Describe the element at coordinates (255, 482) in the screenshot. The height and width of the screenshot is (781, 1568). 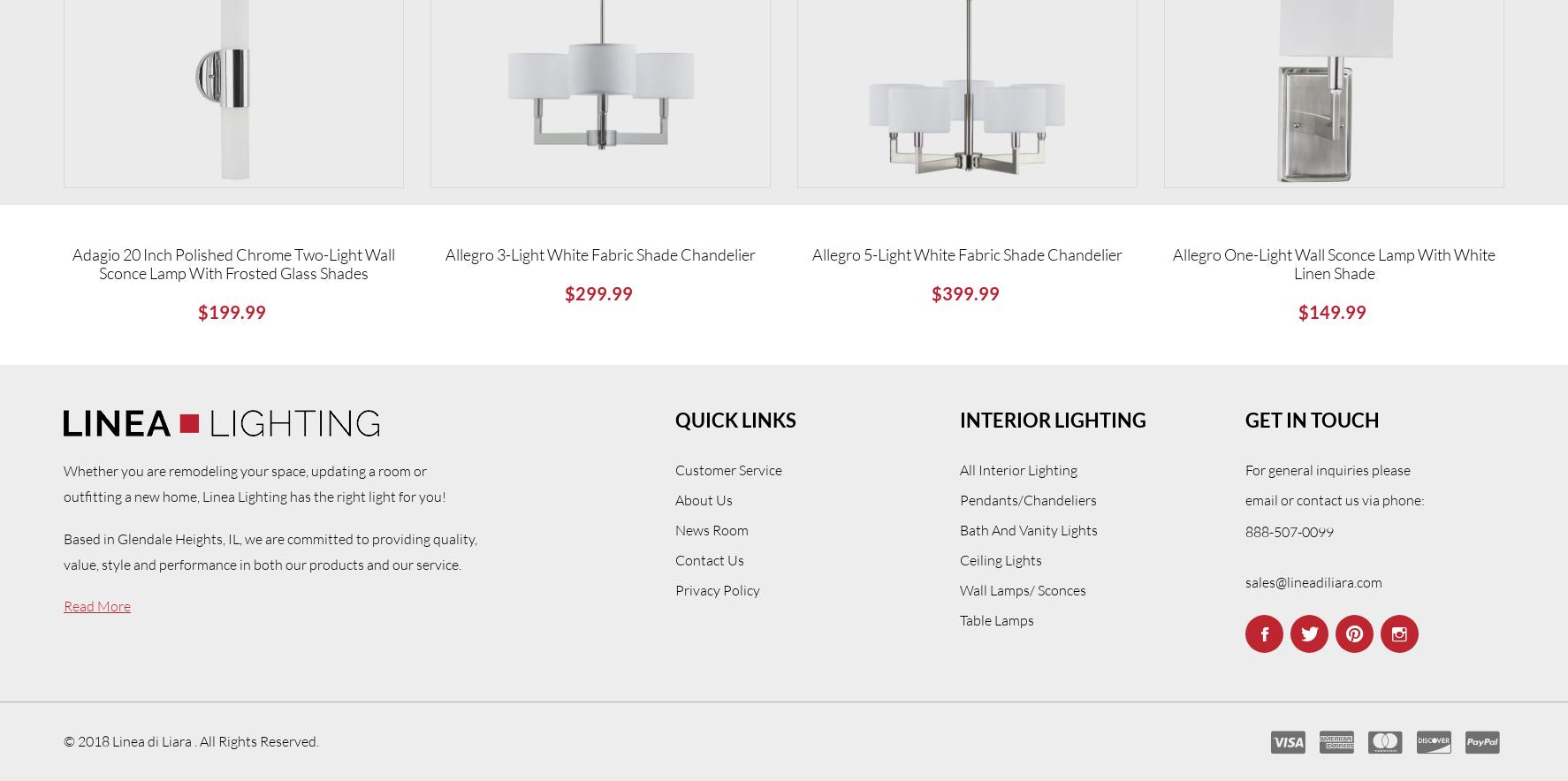
I see `'Whether you are remodeling your space, updating a room or outfitting a new home, Linea Lighting has the right light for you!'` at that location.